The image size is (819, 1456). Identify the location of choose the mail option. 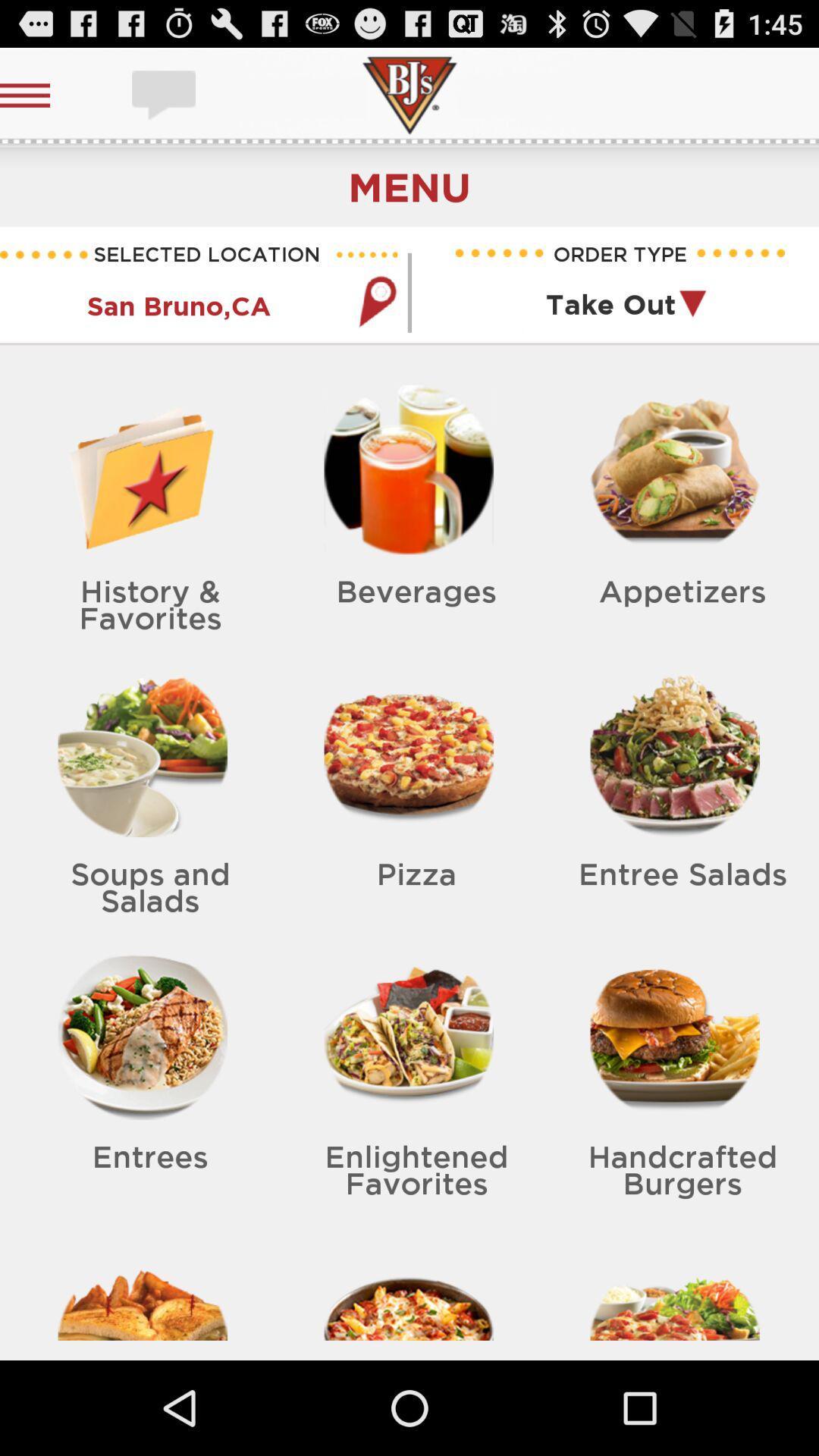
(165, 94).